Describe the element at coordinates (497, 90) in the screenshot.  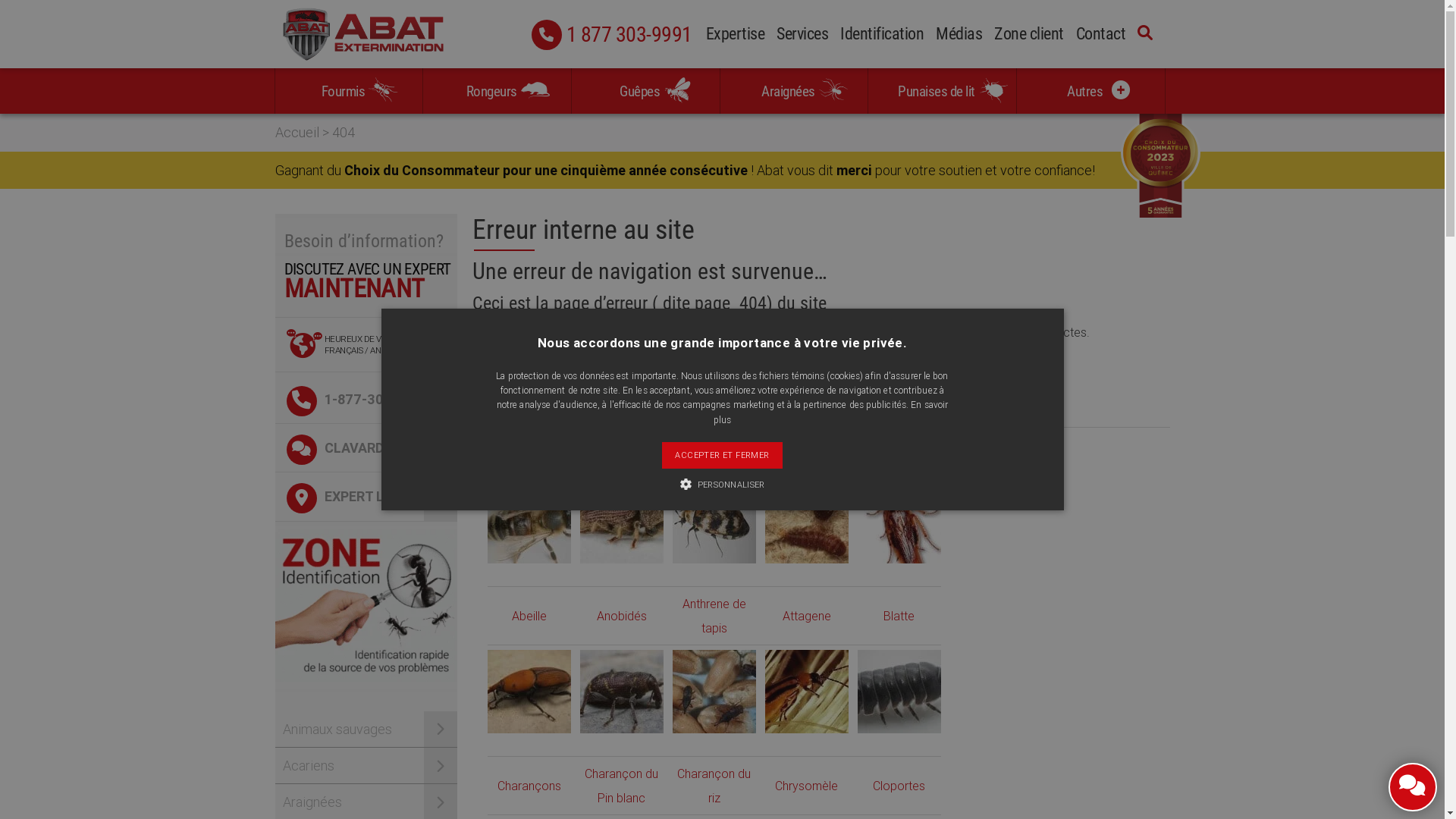
I see `'Rongeurs'` at that location.